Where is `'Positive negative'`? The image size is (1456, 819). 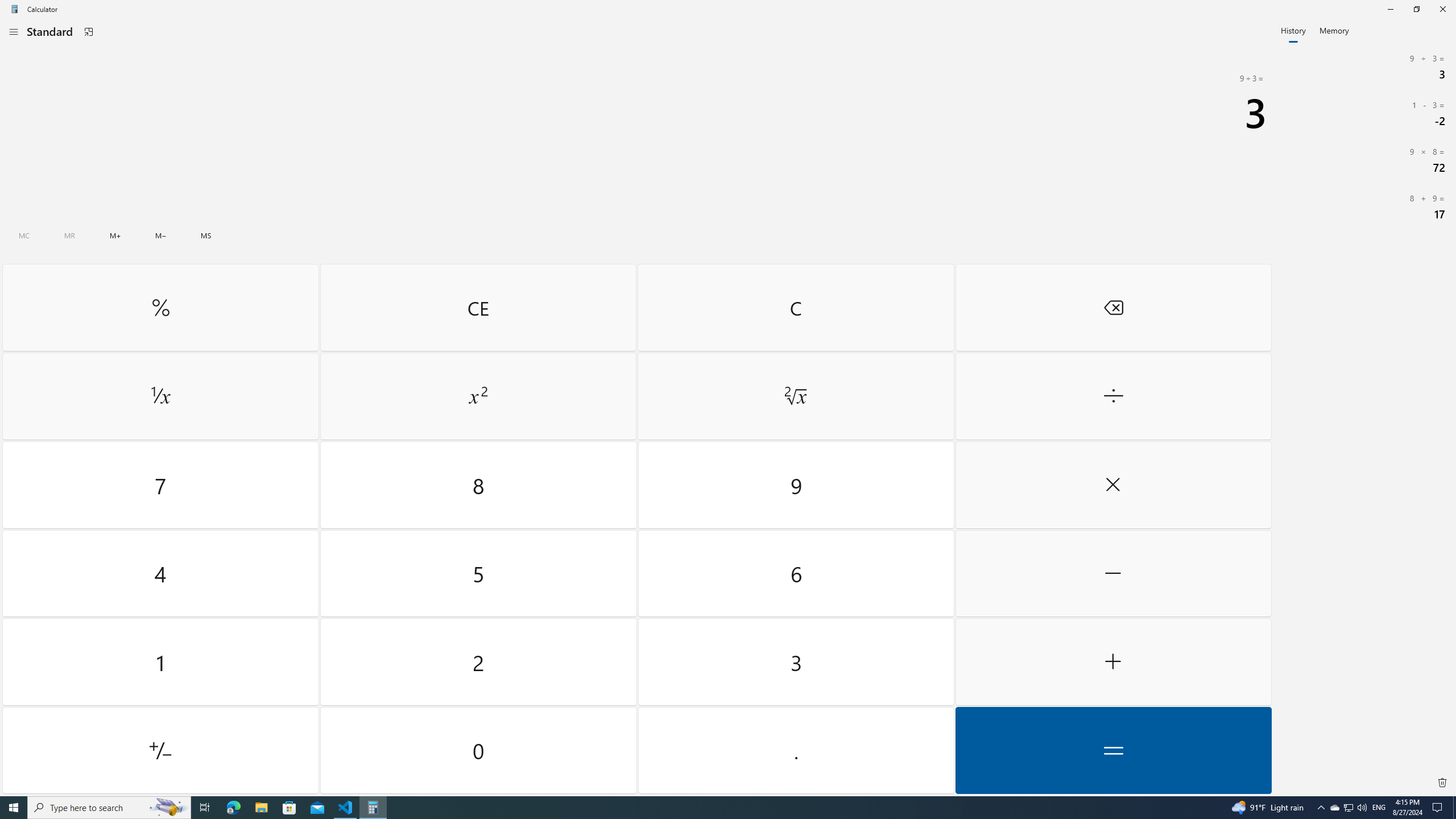 'Positive negative' is located at coordinates (160, 750).